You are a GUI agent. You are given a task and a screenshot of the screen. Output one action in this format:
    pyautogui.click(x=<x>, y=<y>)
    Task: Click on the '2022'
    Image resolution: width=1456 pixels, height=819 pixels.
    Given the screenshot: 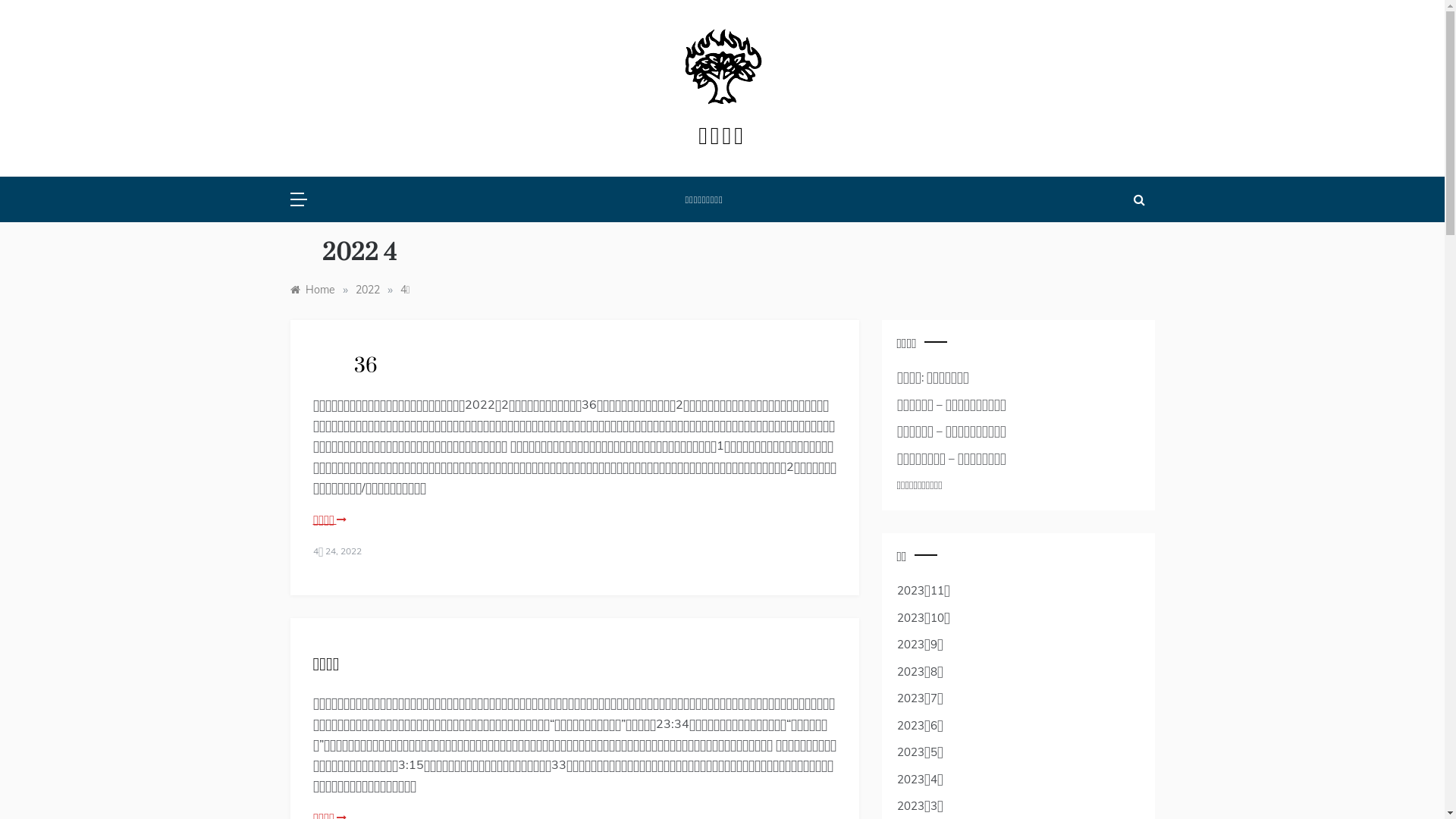 What is the action you would take?
    pyautogui.click(x=367, y=289)
    